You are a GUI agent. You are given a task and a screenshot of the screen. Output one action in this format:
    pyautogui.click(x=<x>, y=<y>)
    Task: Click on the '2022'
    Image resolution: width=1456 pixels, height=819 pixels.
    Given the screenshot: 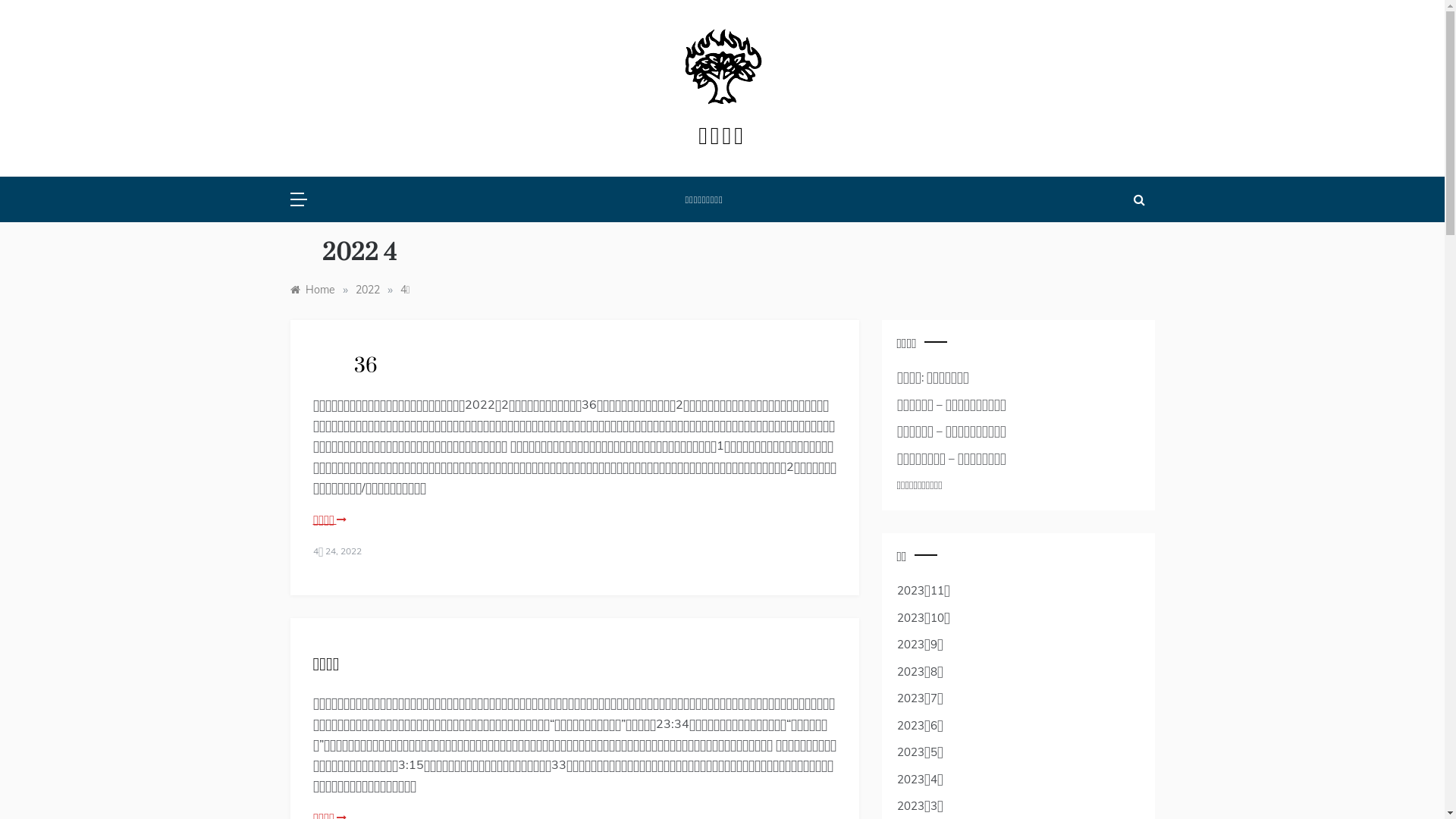 What is the action you would take?
    pyautogui.click(x=367, y=289)
    